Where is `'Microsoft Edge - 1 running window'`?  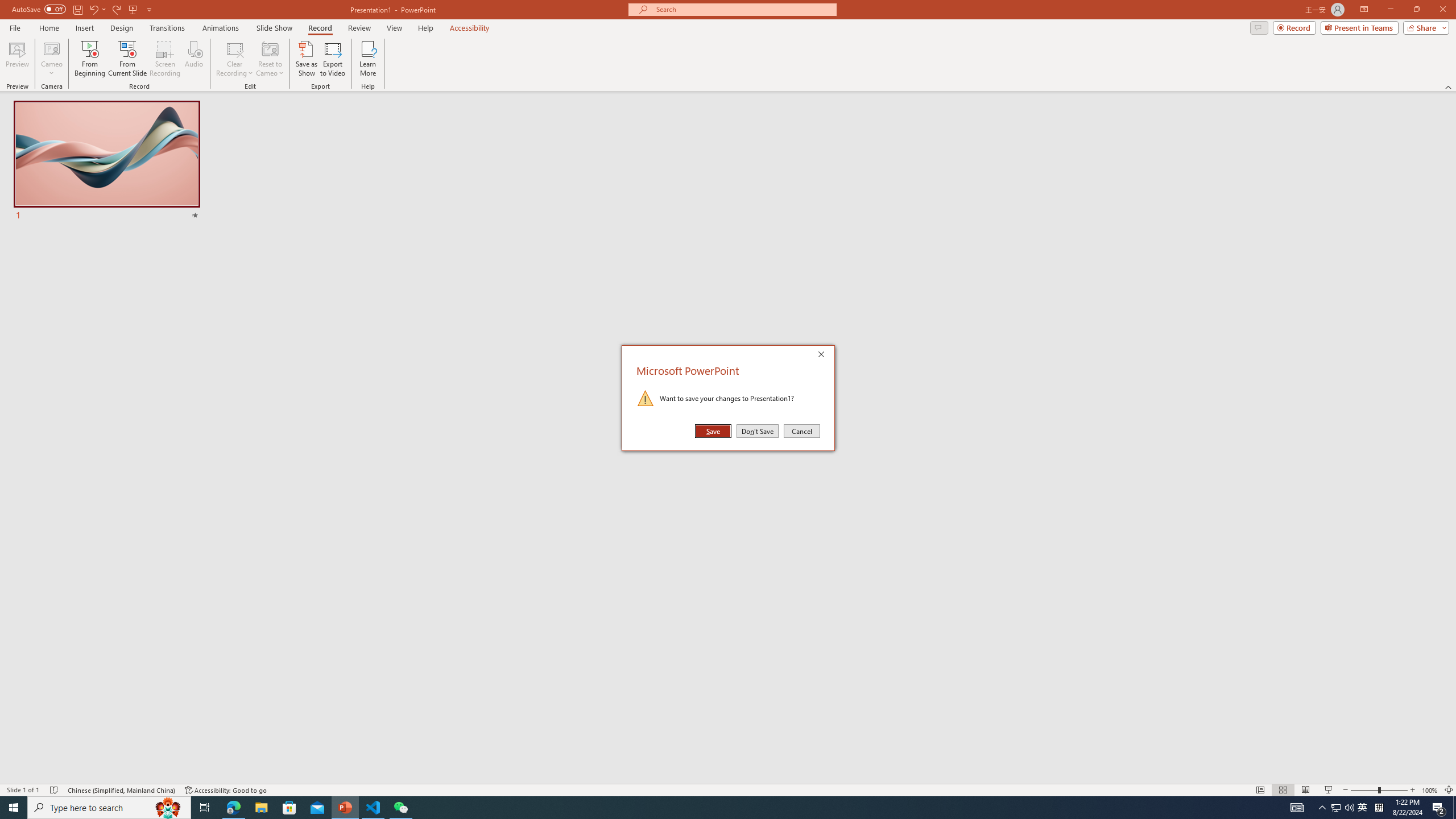
'Microsoft Edge - 1 running window' is located at coordinates (233, 806).